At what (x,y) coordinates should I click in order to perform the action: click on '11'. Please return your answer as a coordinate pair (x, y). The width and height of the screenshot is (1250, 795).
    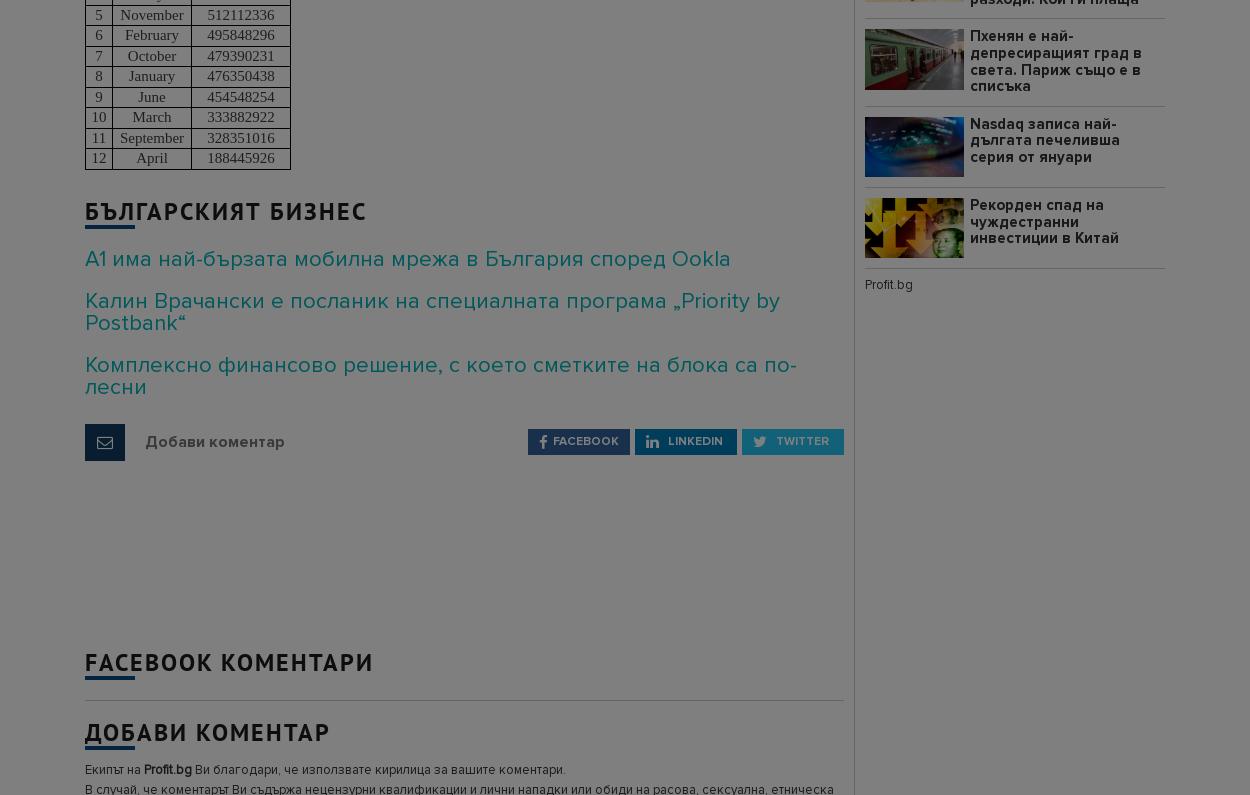
    Looking at the image, I should click on (97, 136).